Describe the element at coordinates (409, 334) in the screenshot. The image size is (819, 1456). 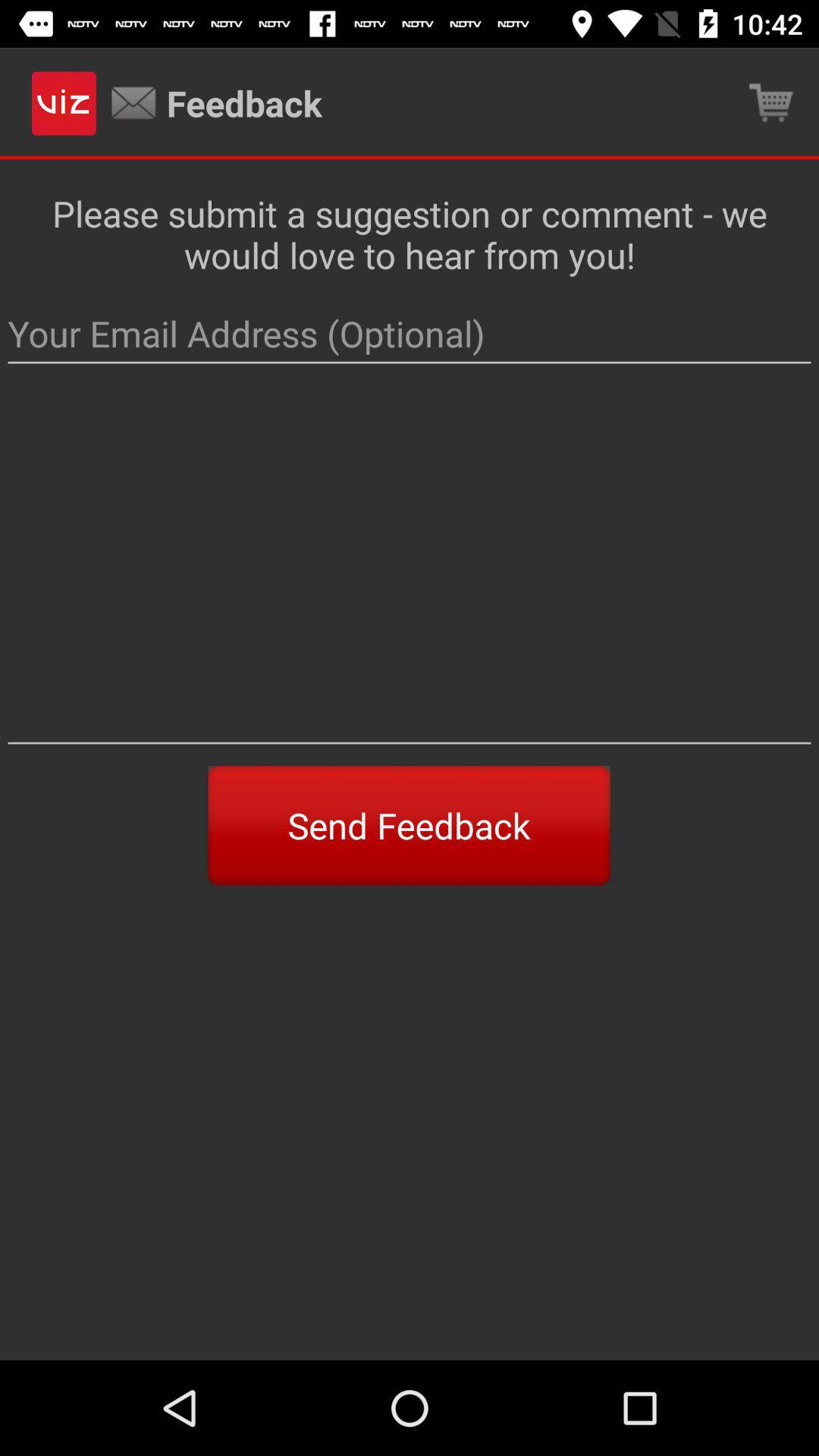
I see `the item below the please submit a icon` at that location.